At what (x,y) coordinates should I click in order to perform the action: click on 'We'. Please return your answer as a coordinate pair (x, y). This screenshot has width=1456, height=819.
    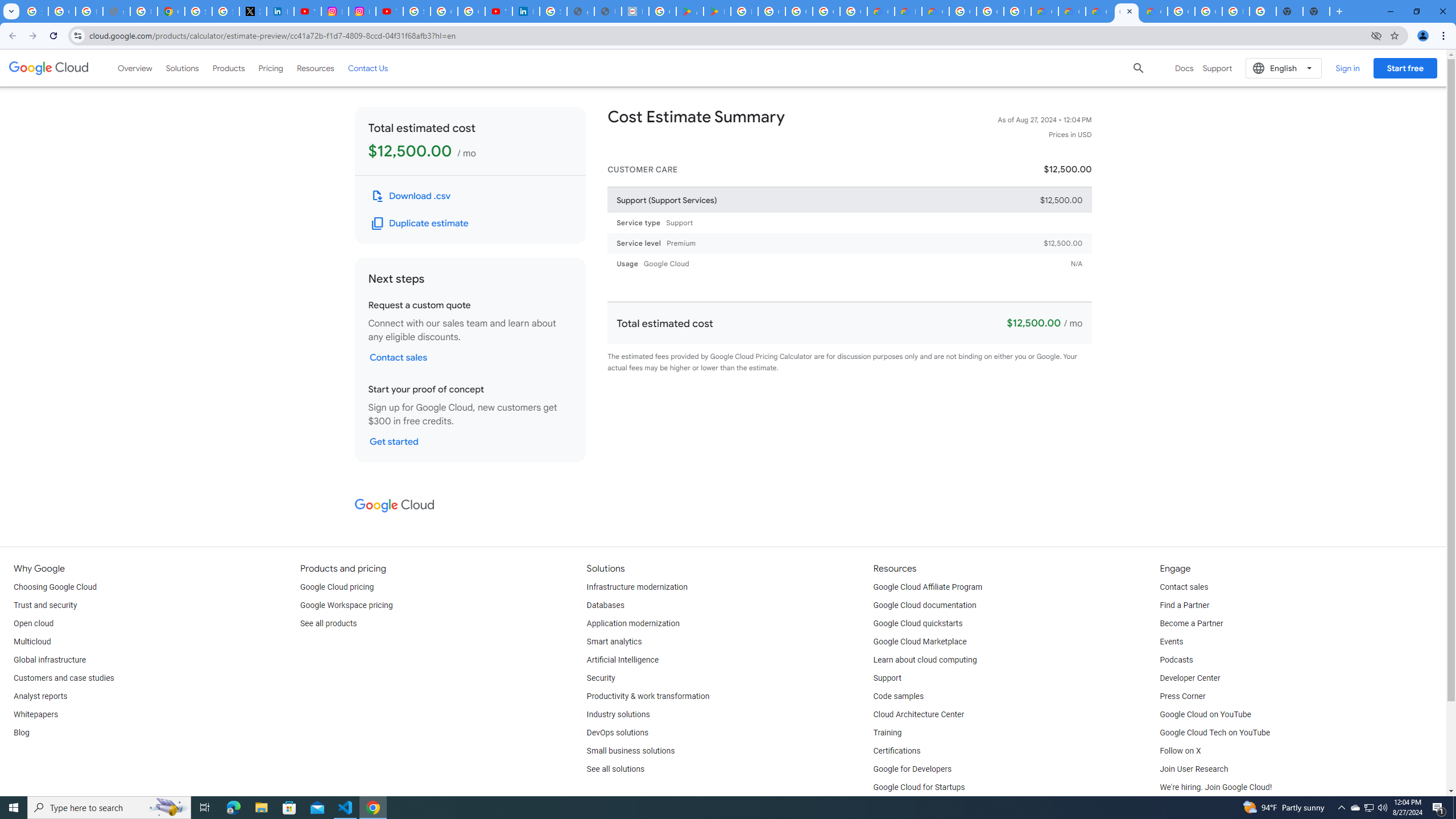
    Looking at the image, I should click on (1215, 788).